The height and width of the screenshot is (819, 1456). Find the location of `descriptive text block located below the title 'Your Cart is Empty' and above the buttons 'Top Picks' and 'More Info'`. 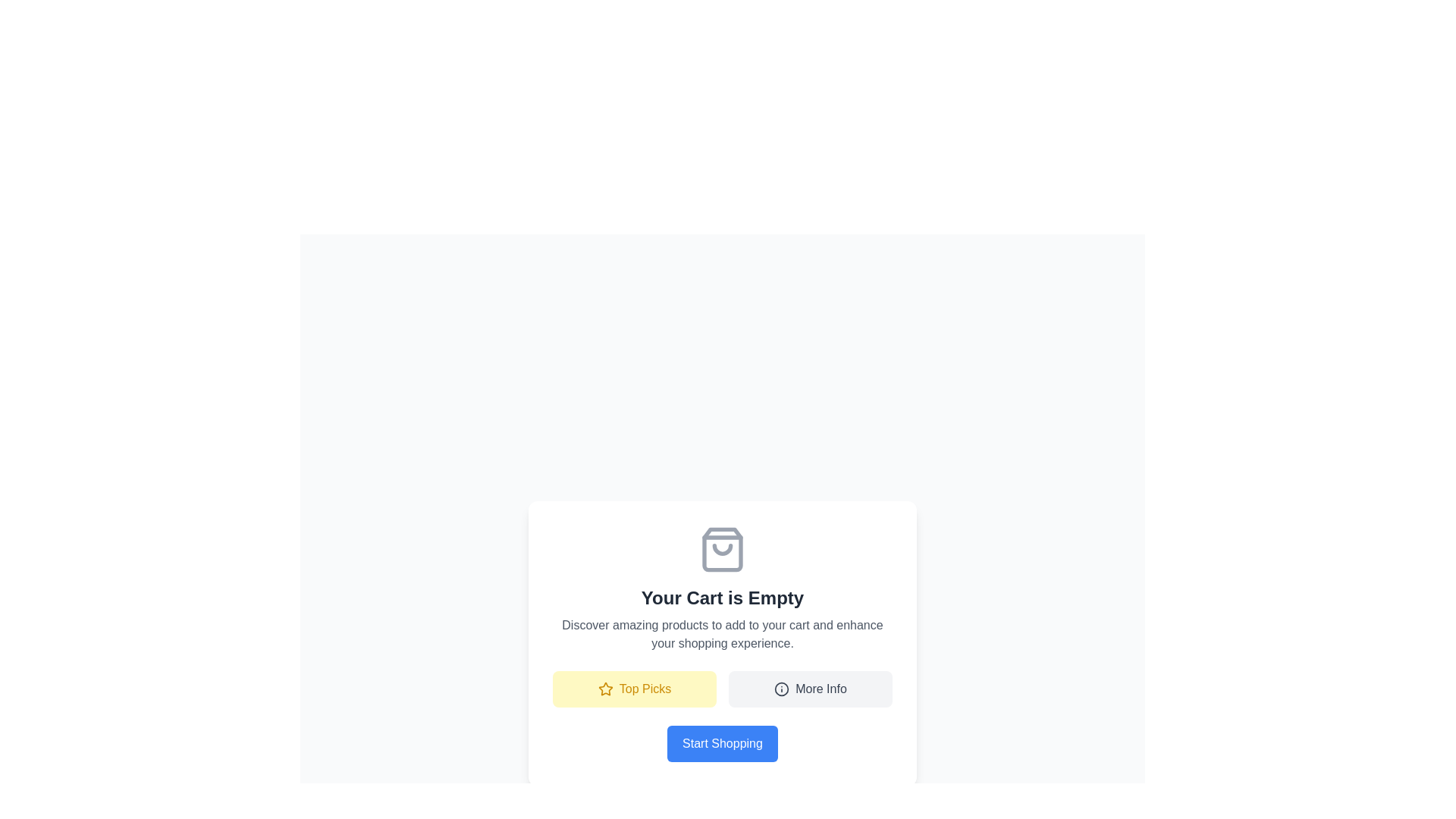

descriptive text block located below the title 'Your Cart is Empty' and above the buttons 'Top Picks' and 'More Info' is located at coordinates (722, 635).